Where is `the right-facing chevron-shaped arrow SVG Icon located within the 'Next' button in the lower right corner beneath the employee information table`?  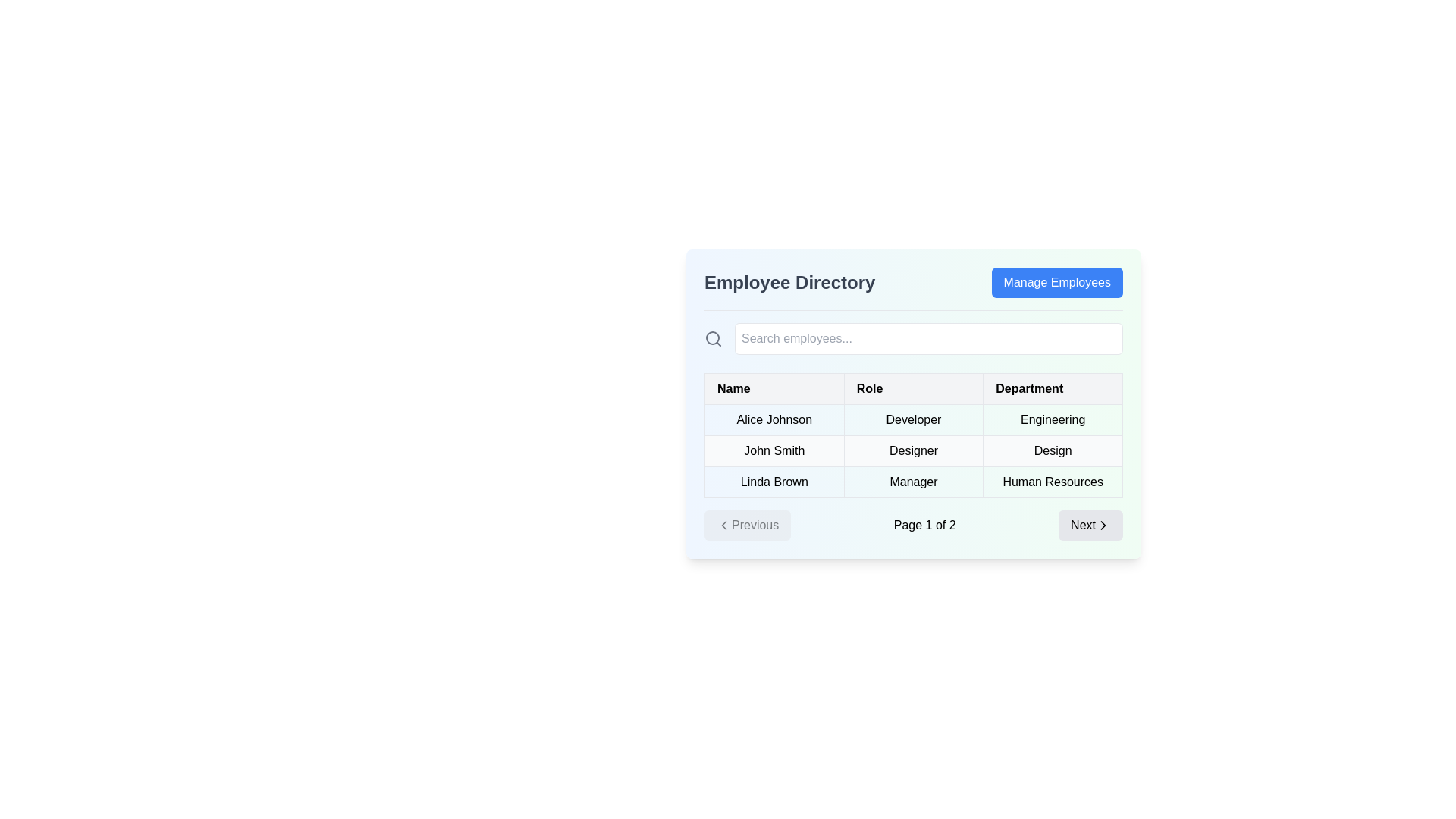
the right-facing chevron-shaped arrow SVG Icon located within the 'Next' button in the lower right corner beneath the employee information table is located at coordinates (1103, 525).